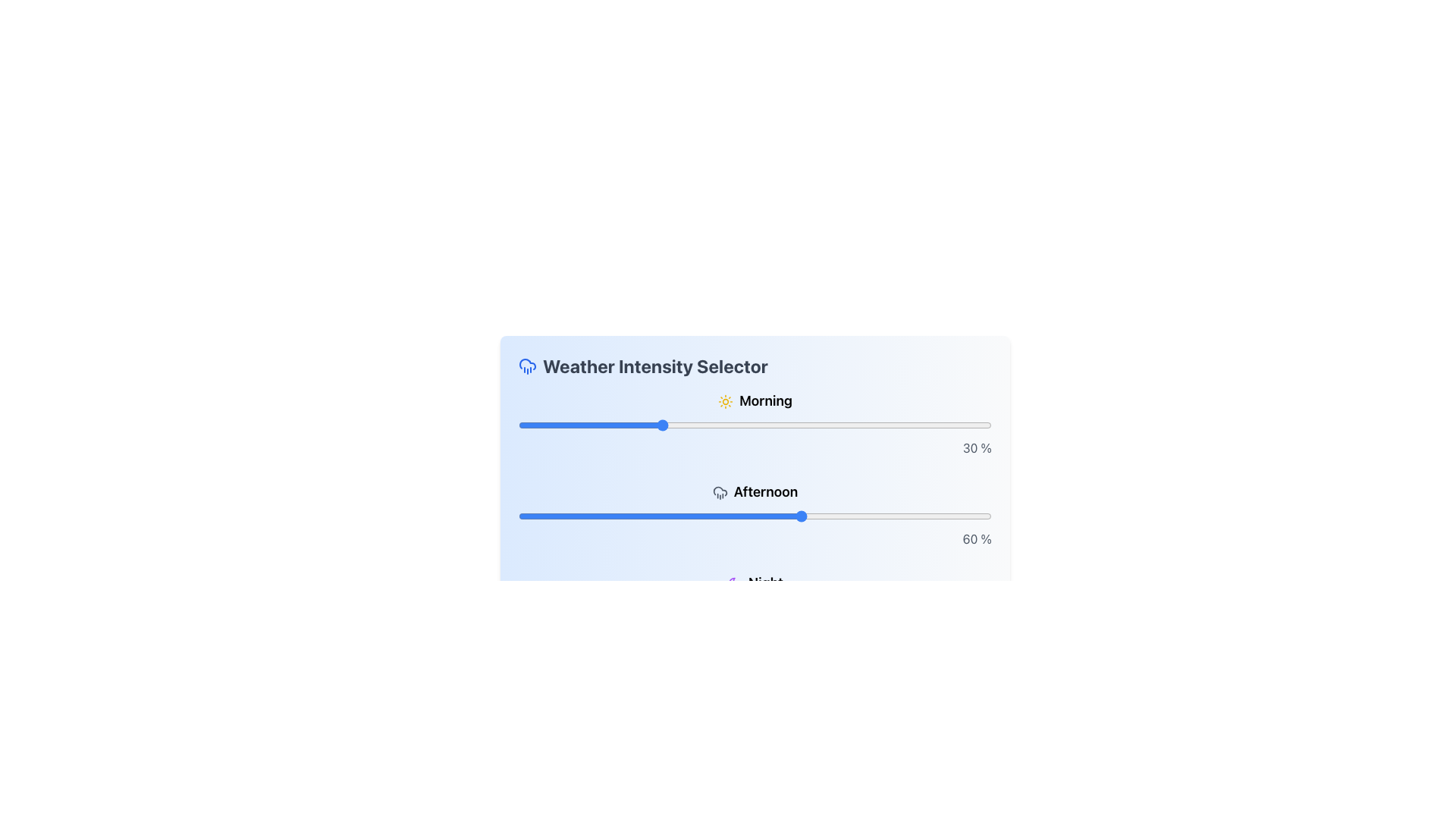 The image size is (1456, 819). Describe the element at coordinates (920, 516) in the screenshot. I see `the afternoon slider` at that location.